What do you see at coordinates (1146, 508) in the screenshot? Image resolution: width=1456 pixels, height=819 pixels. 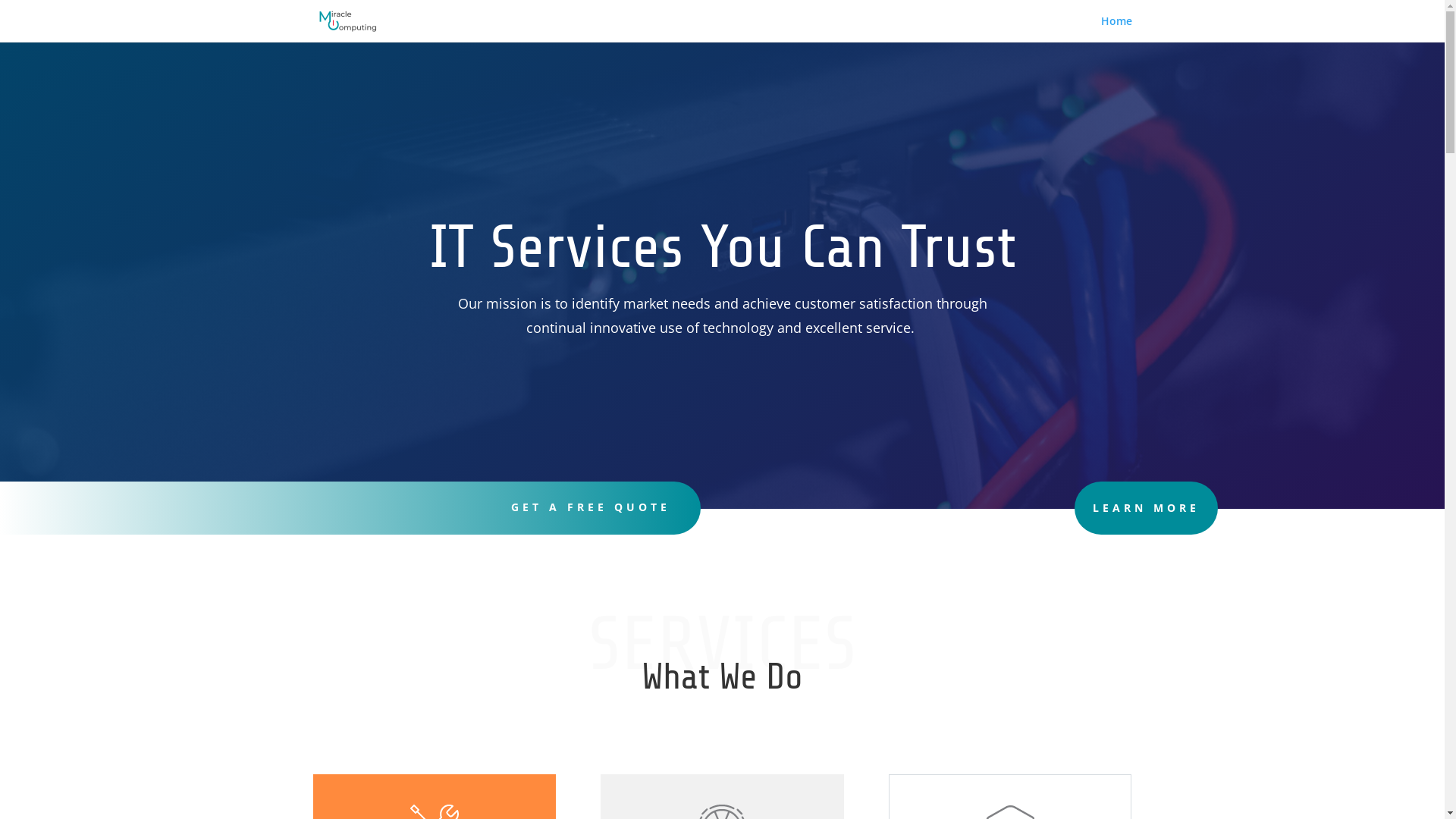 I see `'LEARN MORE'` at bounding box center [1146, 508].